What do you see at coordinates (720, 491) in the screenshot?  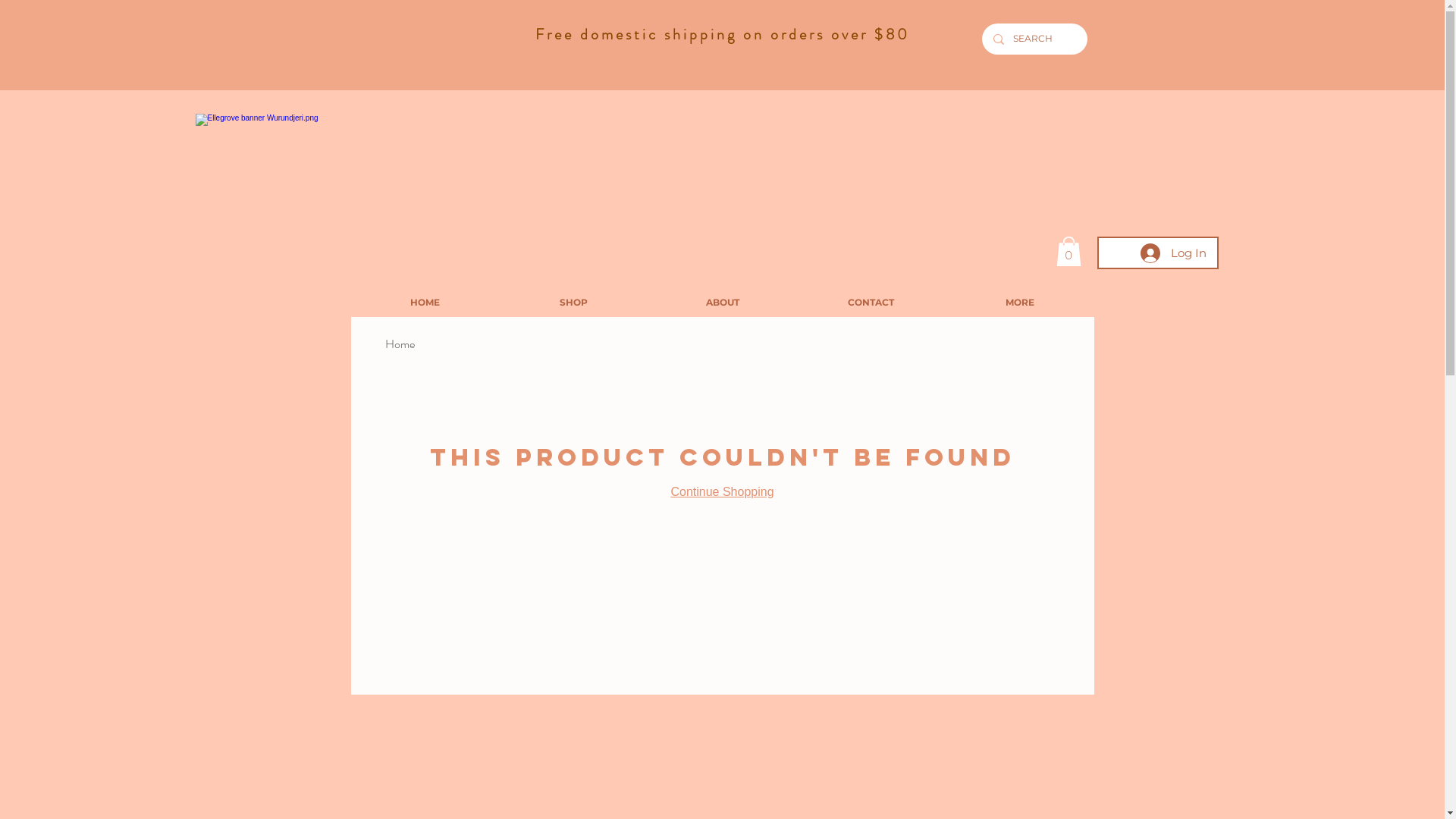 I see `'Continue Shopping'` at bounding box center [720, 491].